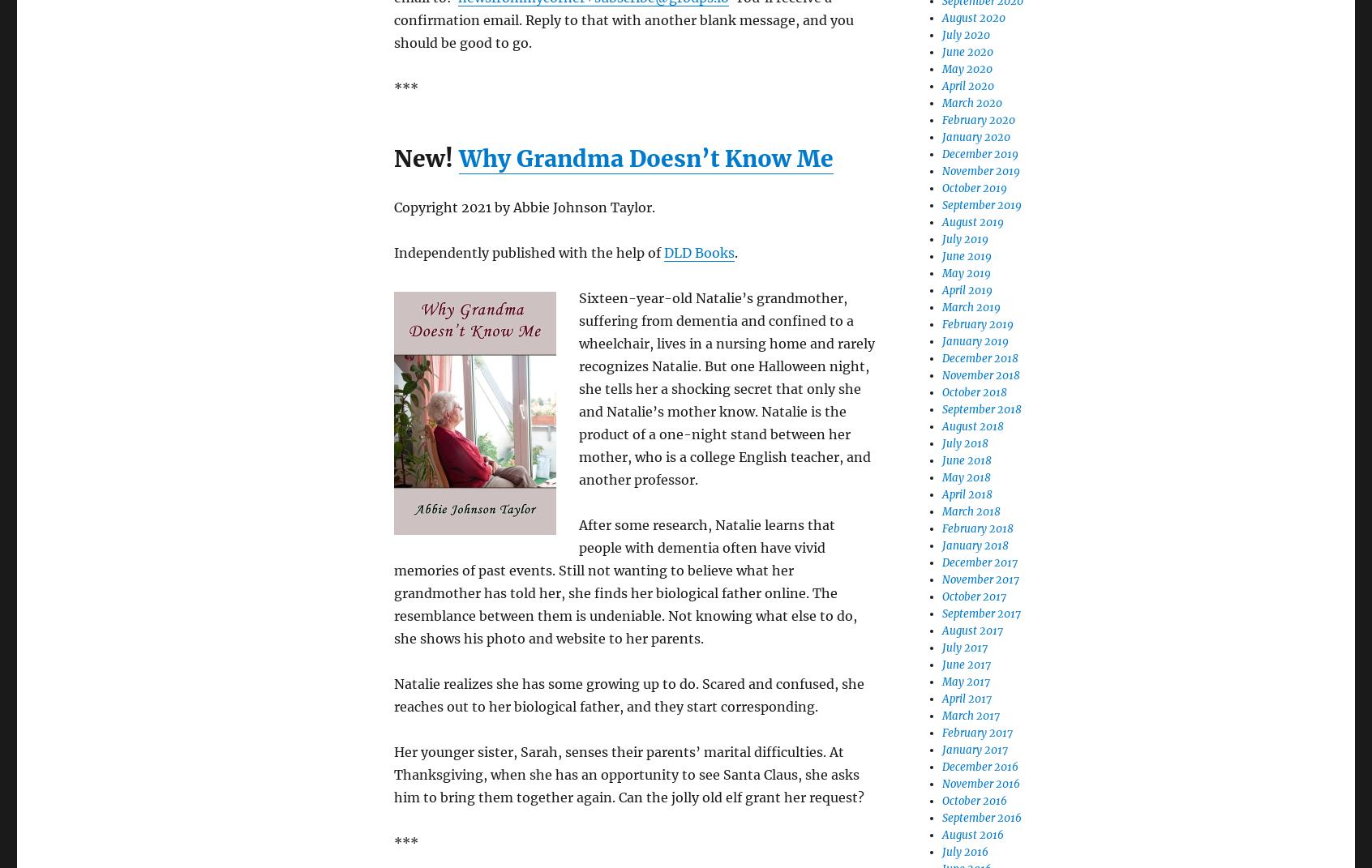 The image size is (1372, 868). Describe the element at coordinates (628, 695) in the screenshot. I see `'Natalie realizes she has some growing up to do. Scared and confused, she reaches out to her biological father, and they start corresponding.'` at that location.